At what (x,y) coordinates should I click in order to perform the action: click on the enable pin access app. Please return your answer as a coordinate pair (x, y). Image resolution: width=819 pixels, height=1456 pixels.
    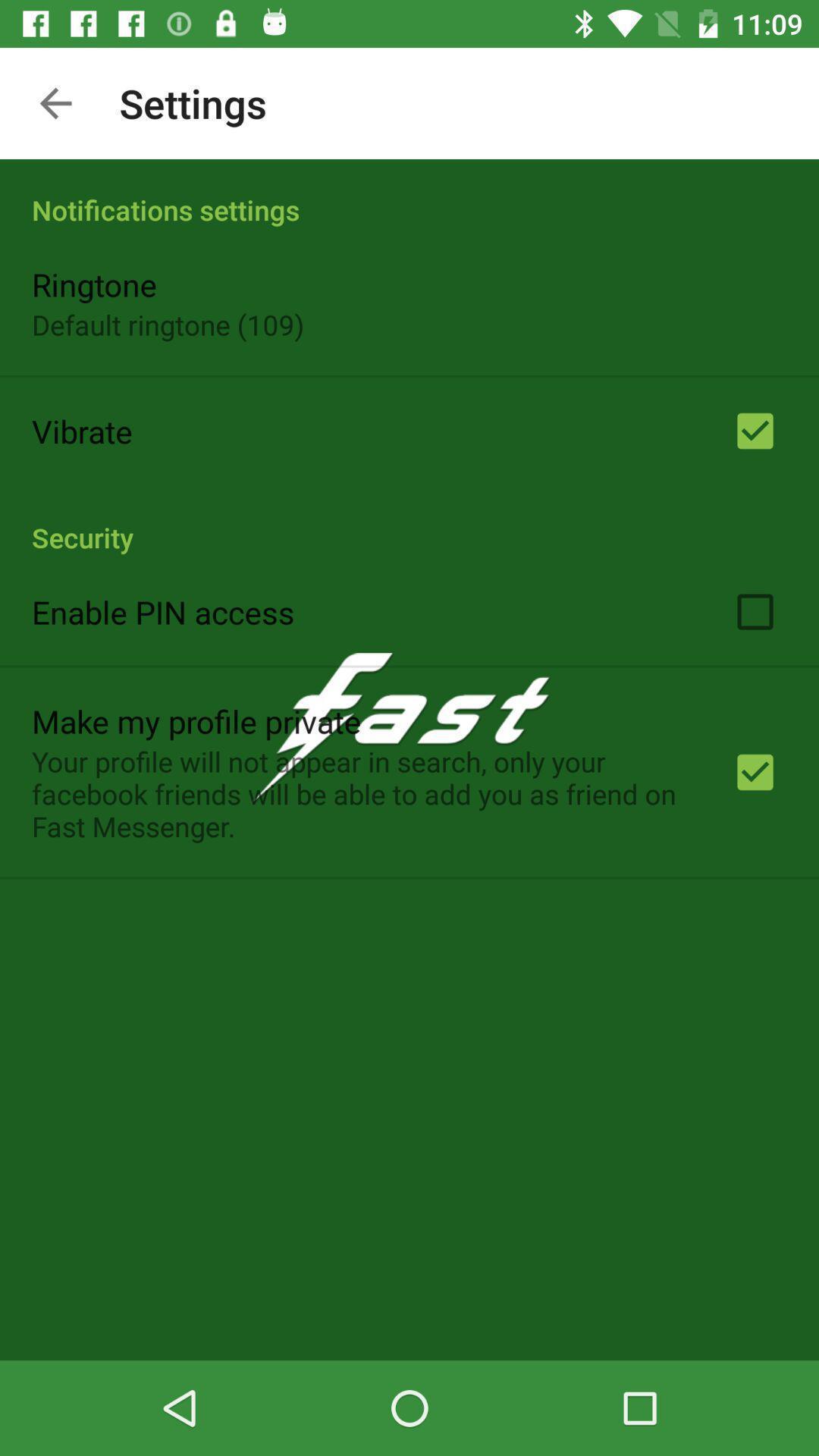
    Looking at the image, I should click on (163, 611).